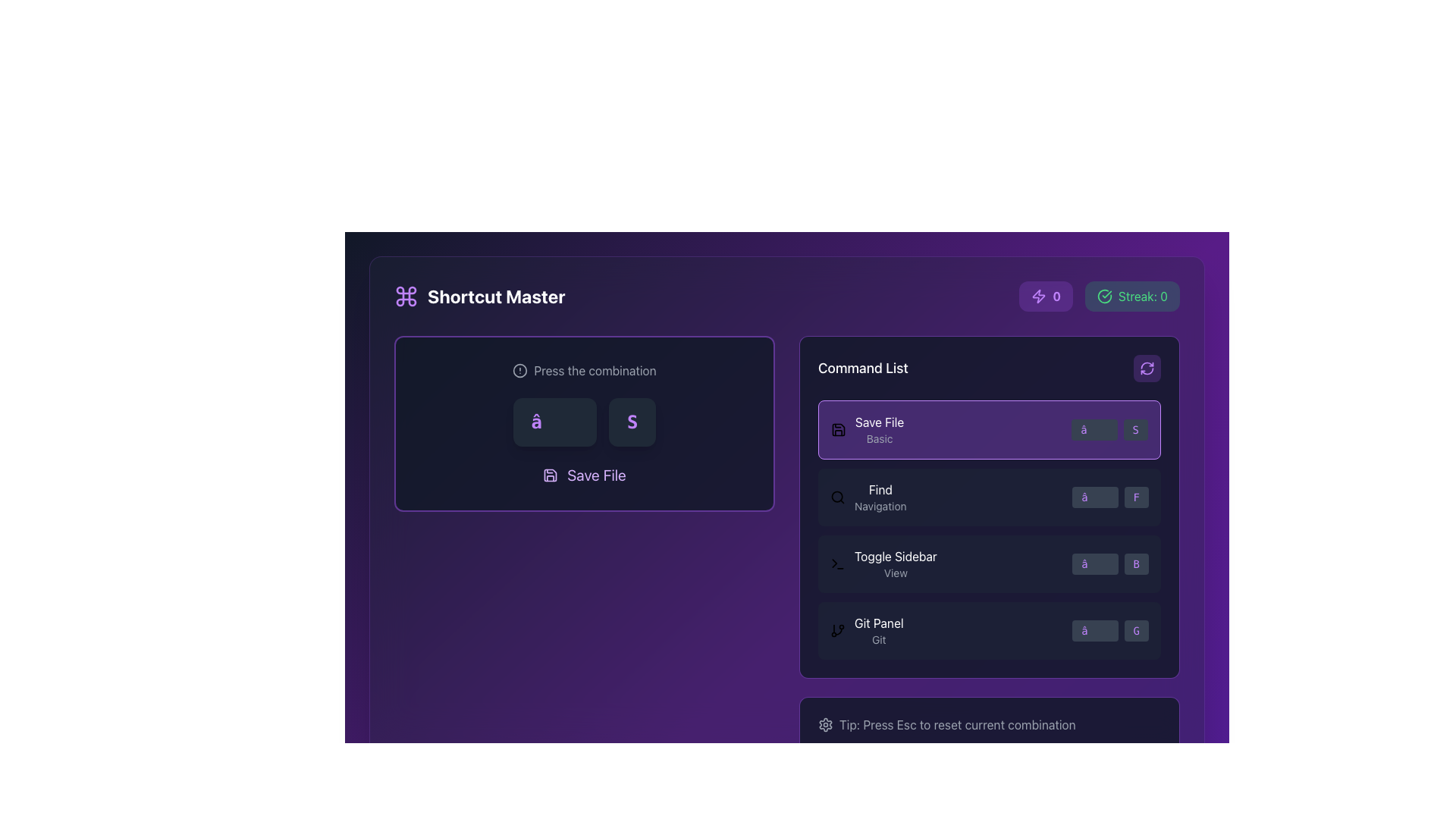 This screenshot has width=1456, height=819. Describe the element at coordinates (1110, 497) in the screenshot. I see `the keyboard shortcut representation for '⌘' and 'F' located in the 'Command List' panel` at that location.